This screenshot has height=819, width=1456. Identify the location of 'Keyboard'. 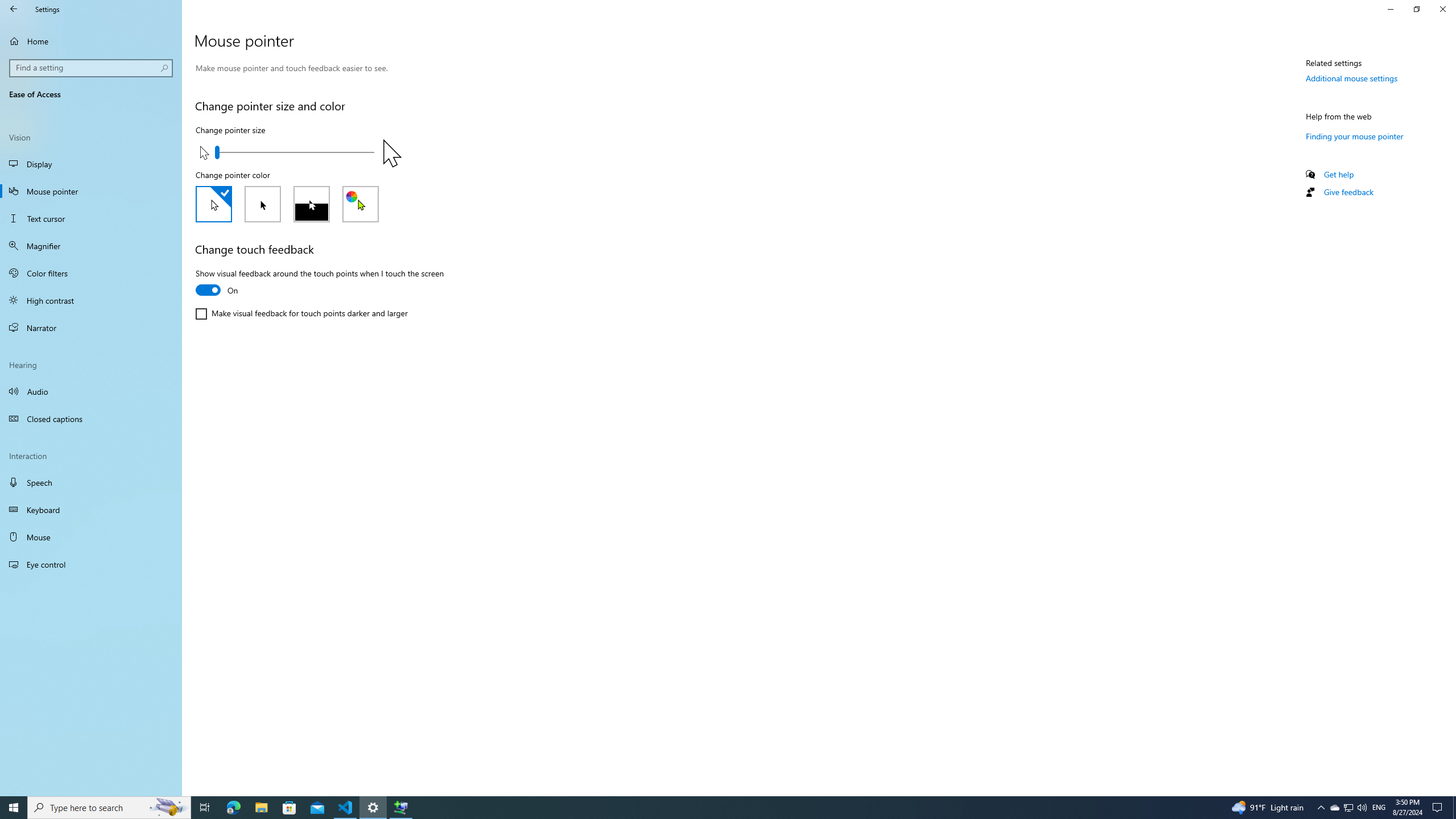
(90, 510).